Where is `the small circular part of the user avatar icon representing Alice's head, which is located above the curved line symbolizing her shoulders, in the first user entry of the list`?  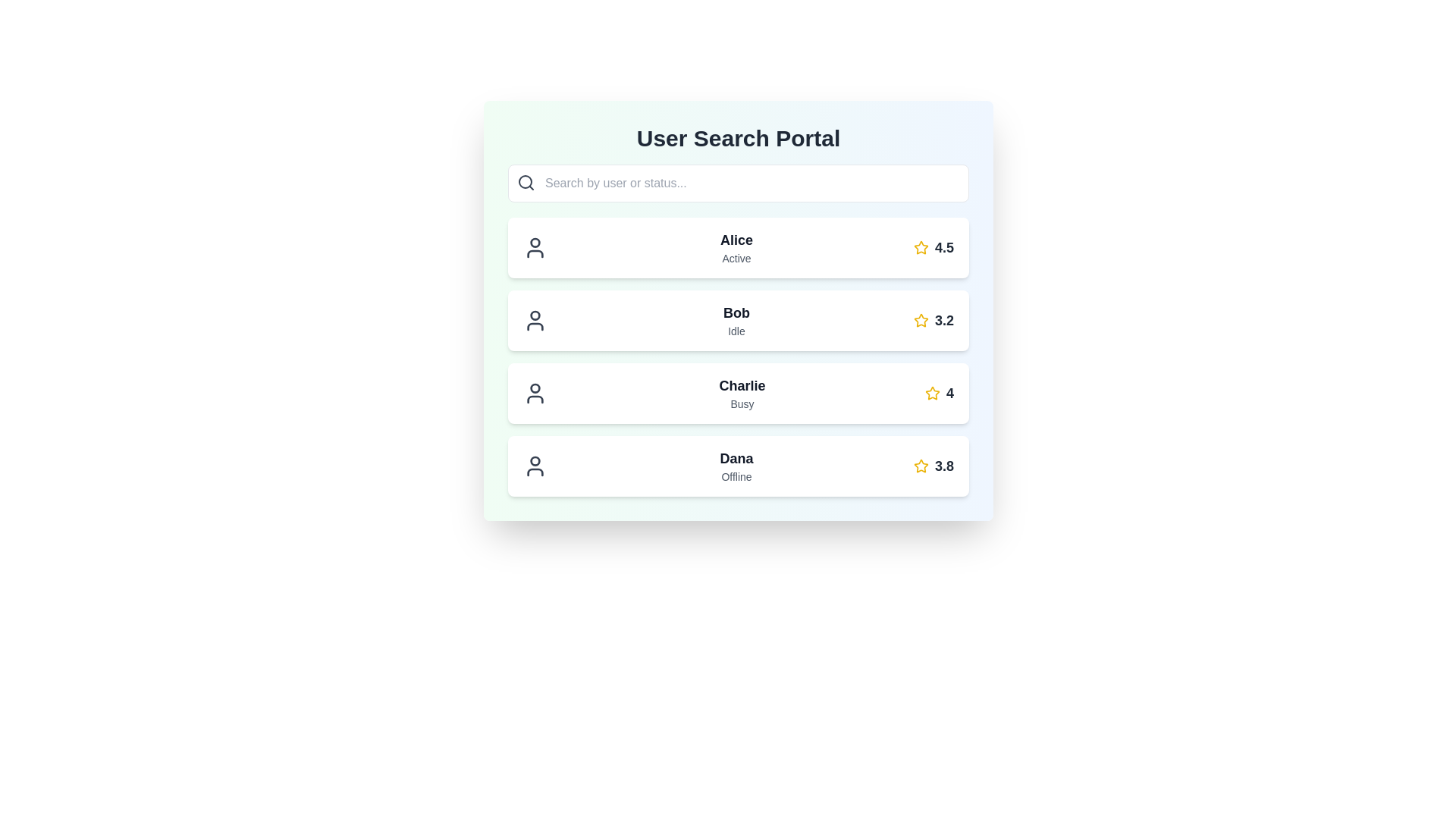
the small circular part of the user avatar icon representing Alice's head, which is located above the curved line symbolizing her shoulders, in the first user entry of the list is located at coordinates (535, 242).